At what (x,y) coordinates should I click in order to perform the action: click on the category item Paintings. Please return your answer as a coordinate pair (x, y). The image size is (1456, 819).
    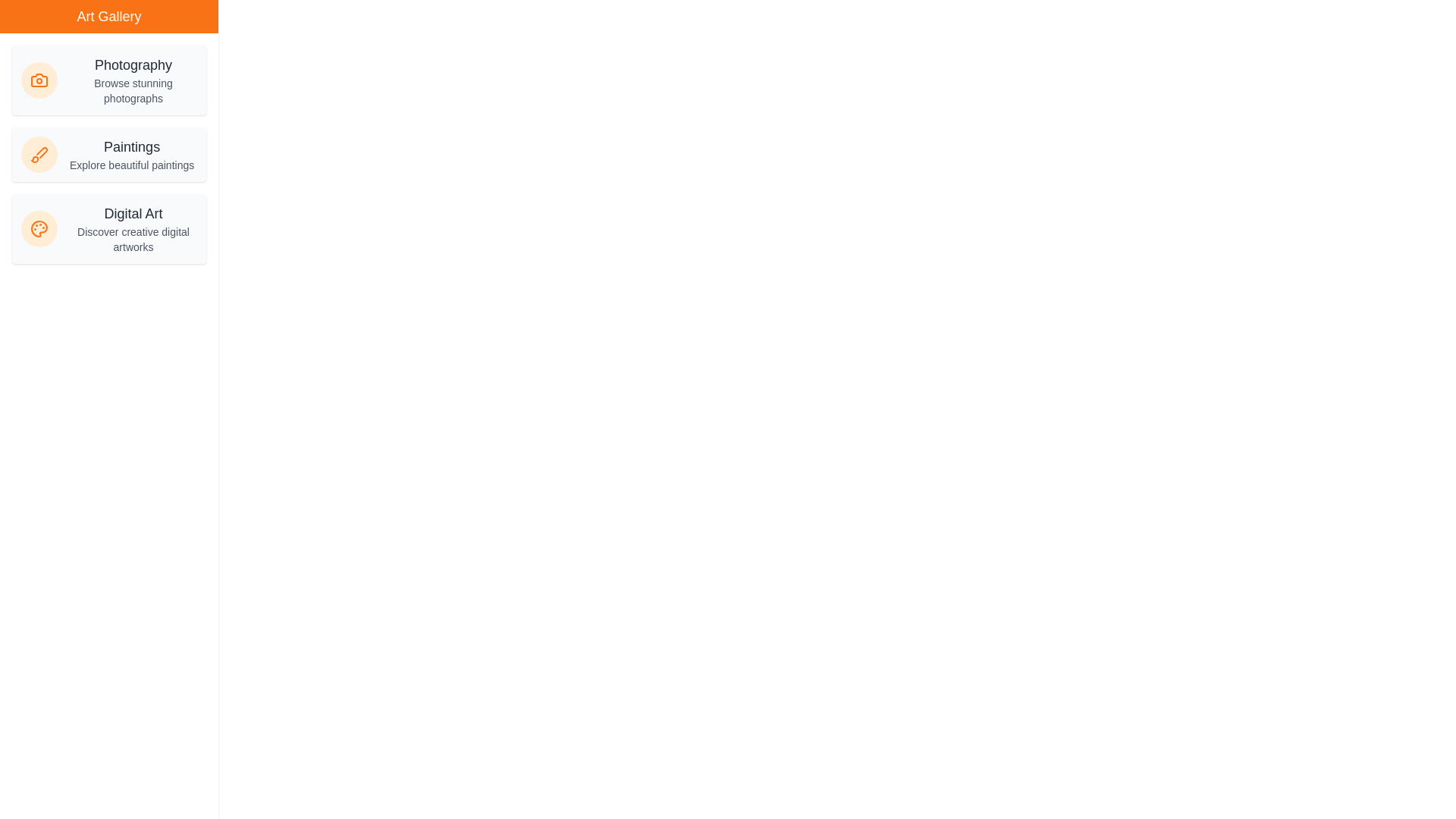
    Looking at the image, I should click on (108, 155).